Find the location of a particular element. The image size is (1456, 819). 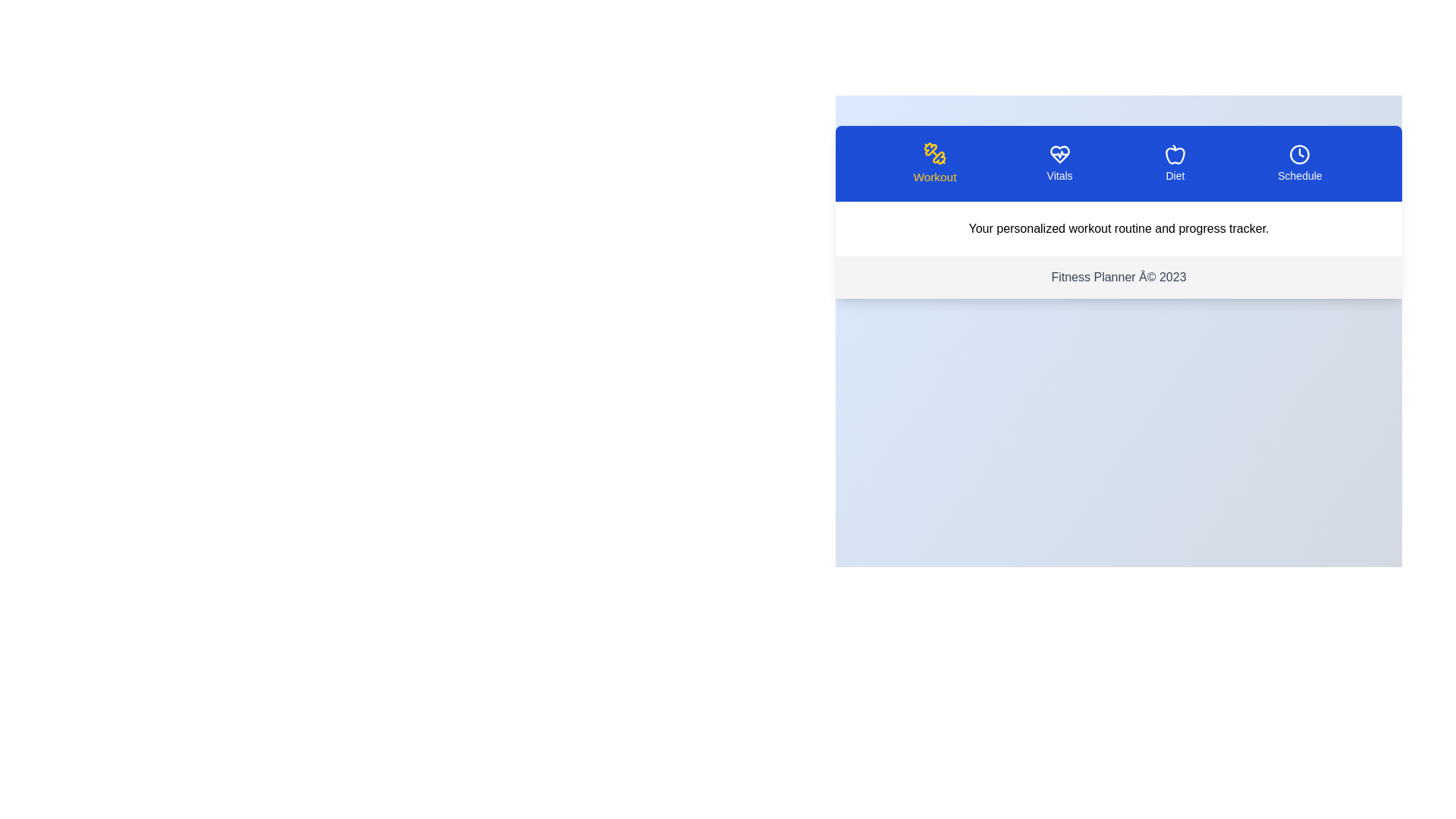

the tab labeled Vitals to view its content is located at coordinates (1059, 164).